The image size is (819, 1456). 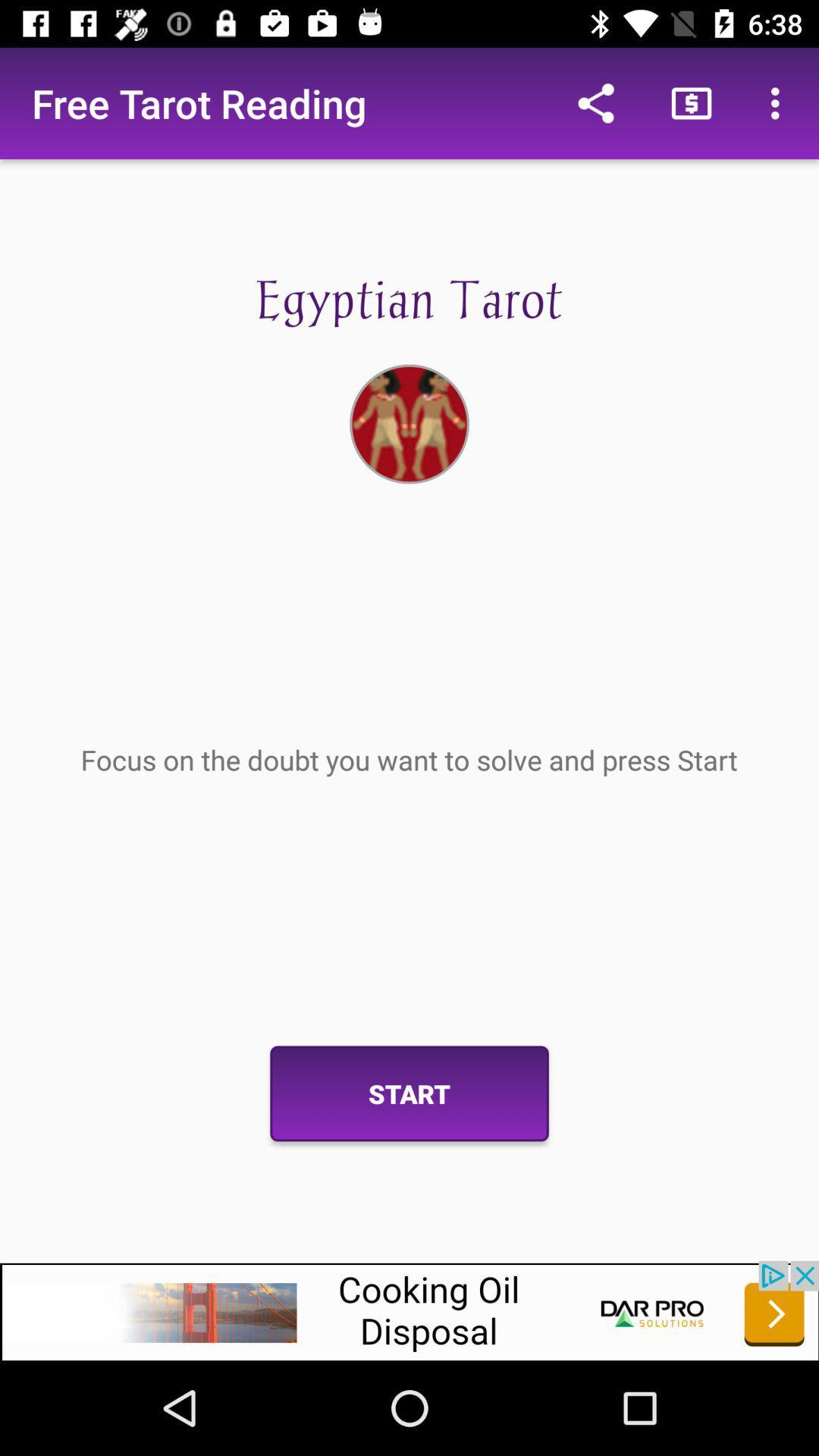 I want to click on oil advertisement, so click(x=409, y=1310).